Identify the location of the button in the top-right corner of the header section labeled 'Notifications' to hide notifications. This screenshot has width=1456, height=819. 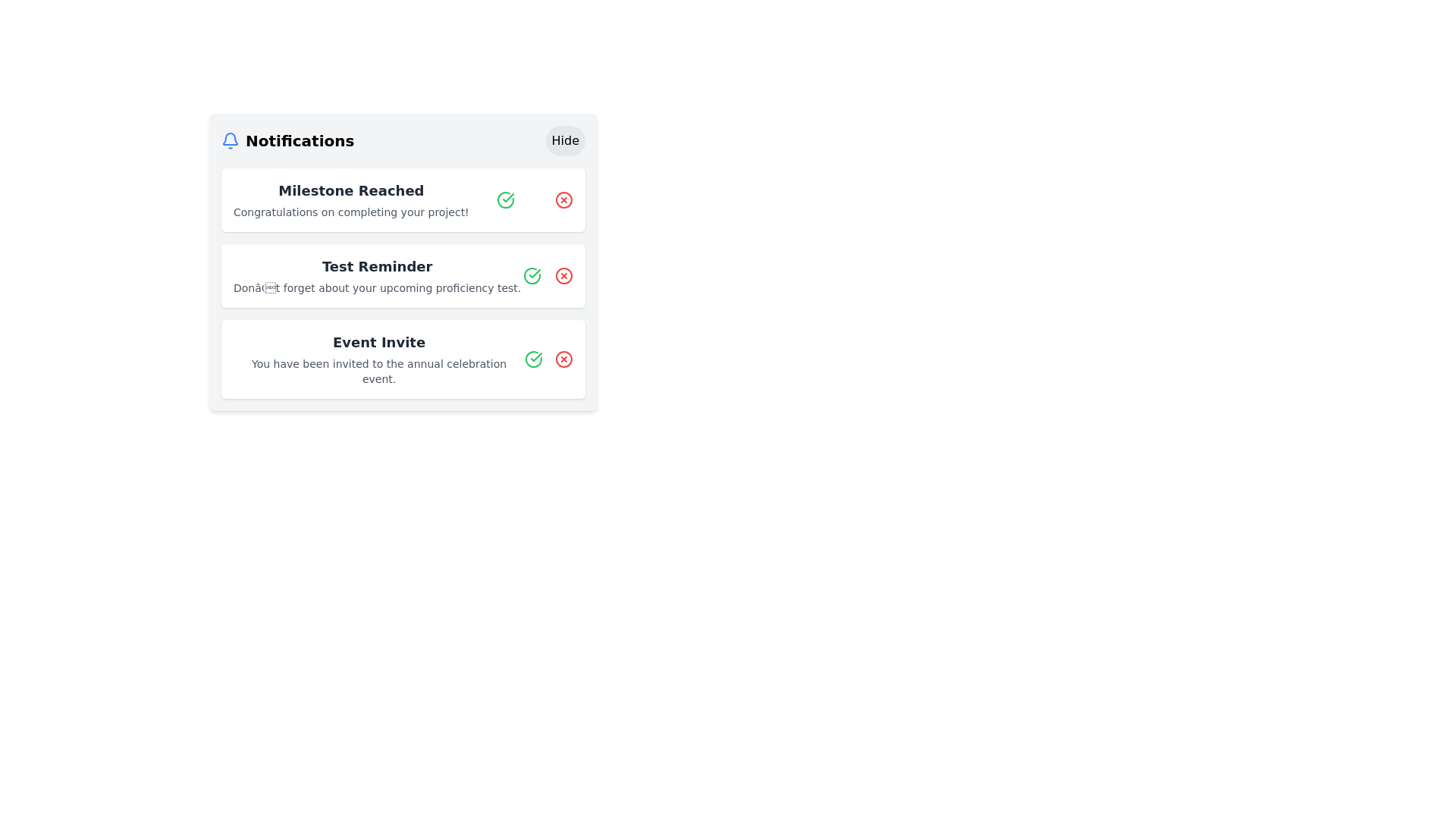
(564, 140).